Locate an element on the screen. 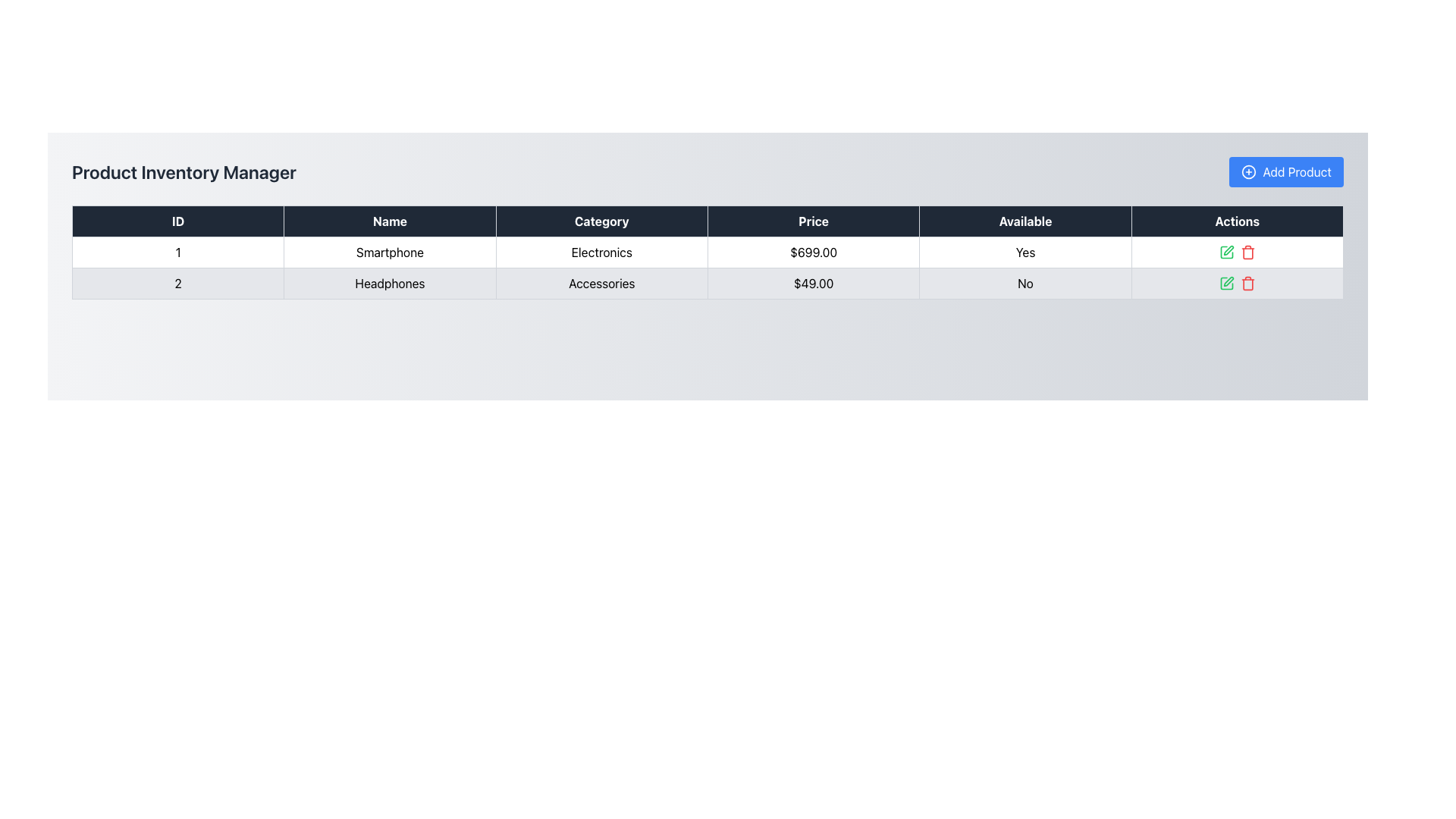 This screenshot has height=819, width=1456. the edit icon button in the Actions column of the second row, which corresponds to the item 'Headphones' is located at coordinates (1226, 284).